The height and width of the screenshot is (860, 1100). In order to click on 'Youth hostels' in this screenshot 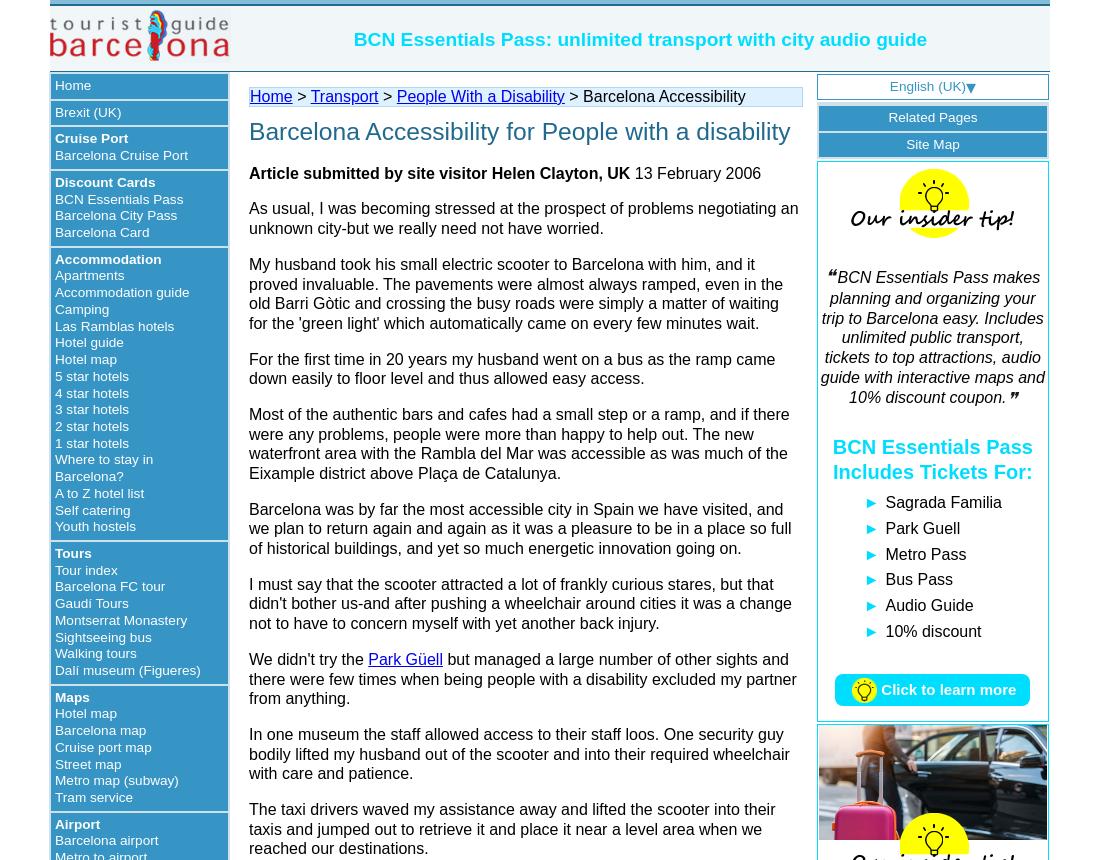, I will do `click(54, 525)`.